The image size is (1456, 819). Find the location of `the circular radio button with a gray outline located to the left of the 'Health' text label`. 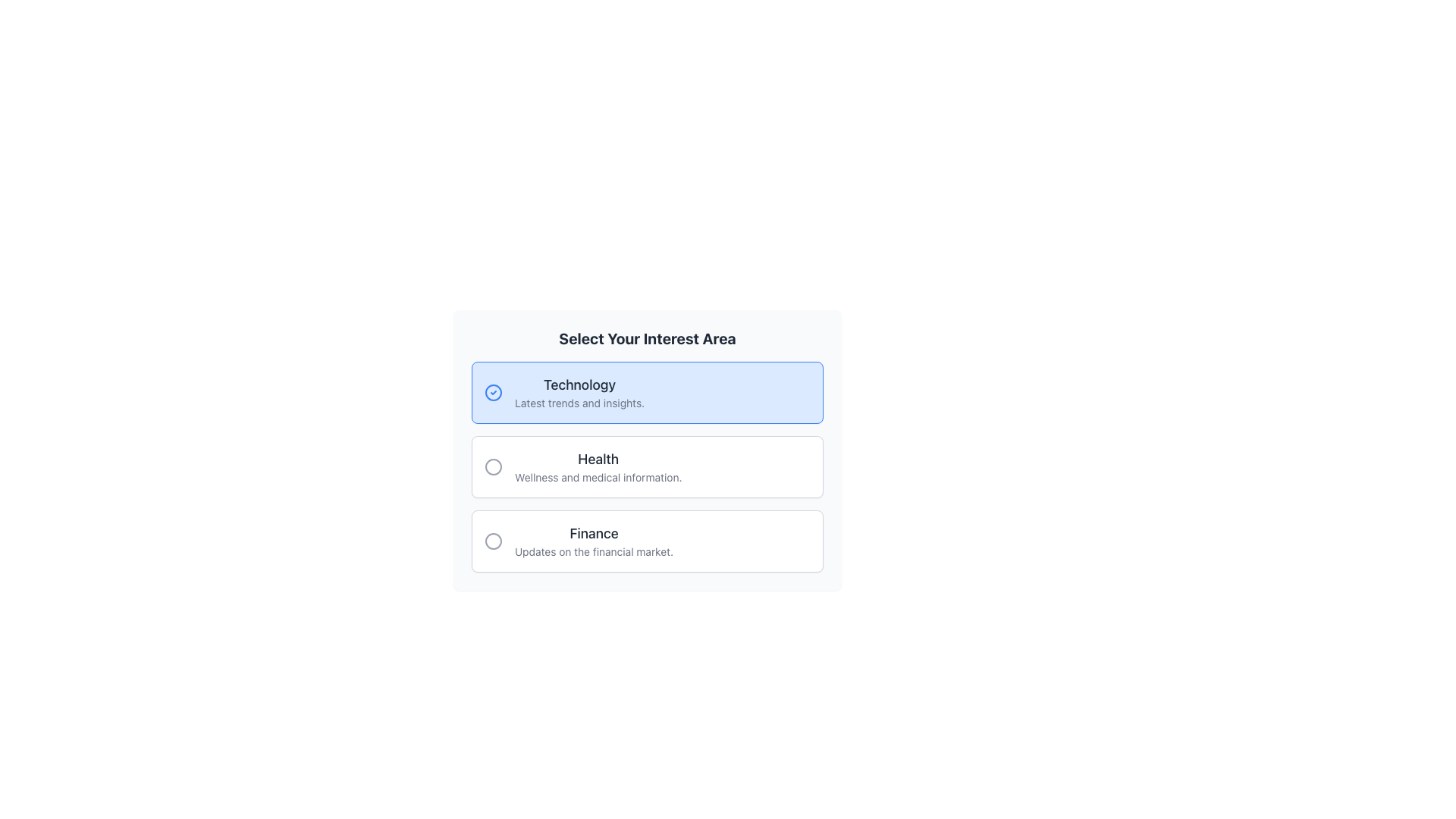

the circular radio button with a gray outline located to the left of the 'Health' text label is located at coordinates (494, 466).